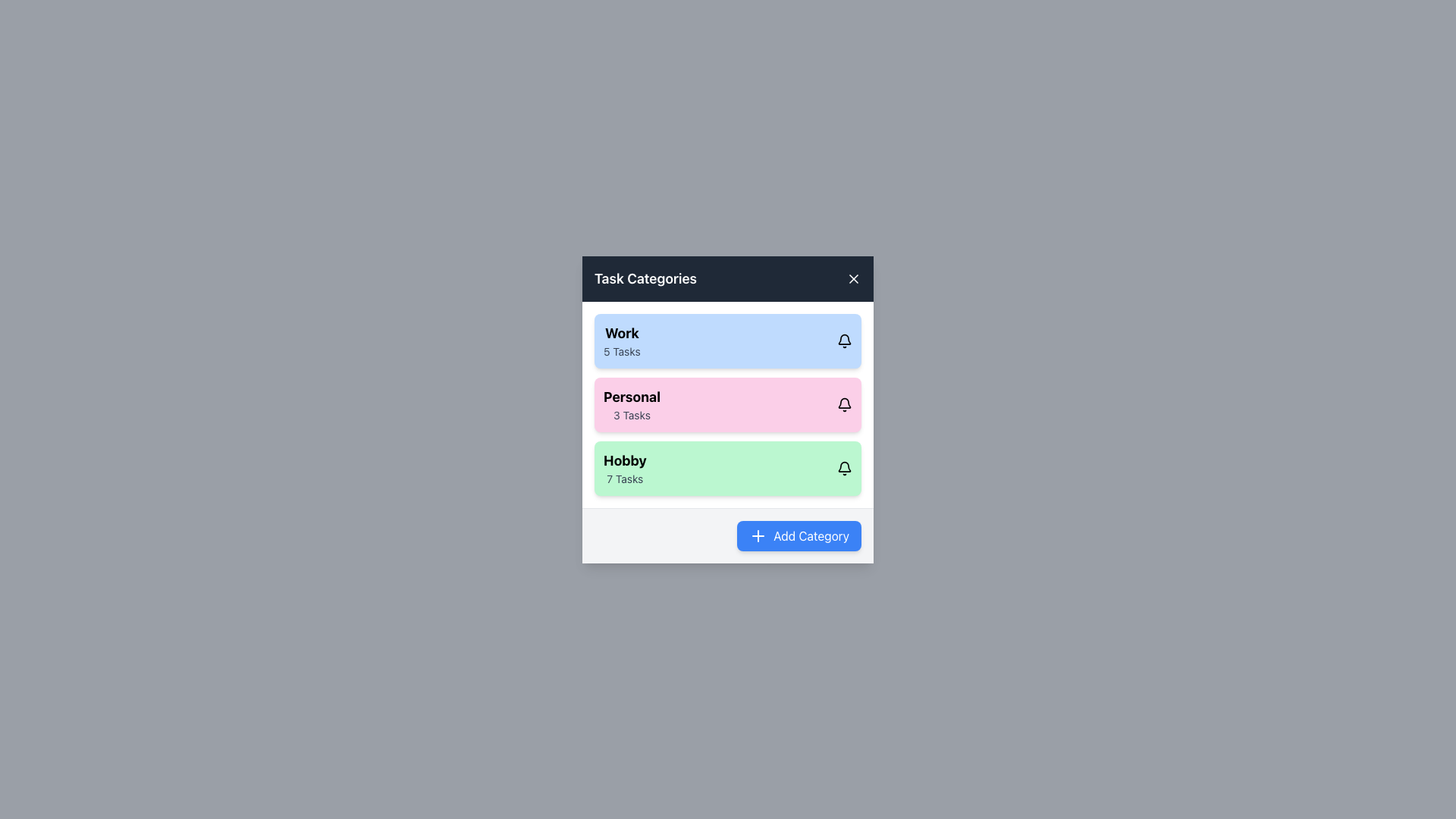 The width and height of the screenshot is (1456, 819). Describe the element at coordinates (632, 396) in the screenshot. I see `the 'Personal' text label which serves as a title for the personal category, located centrally in a pink background, above '3 Tasks' and below 'Work'` at that location.